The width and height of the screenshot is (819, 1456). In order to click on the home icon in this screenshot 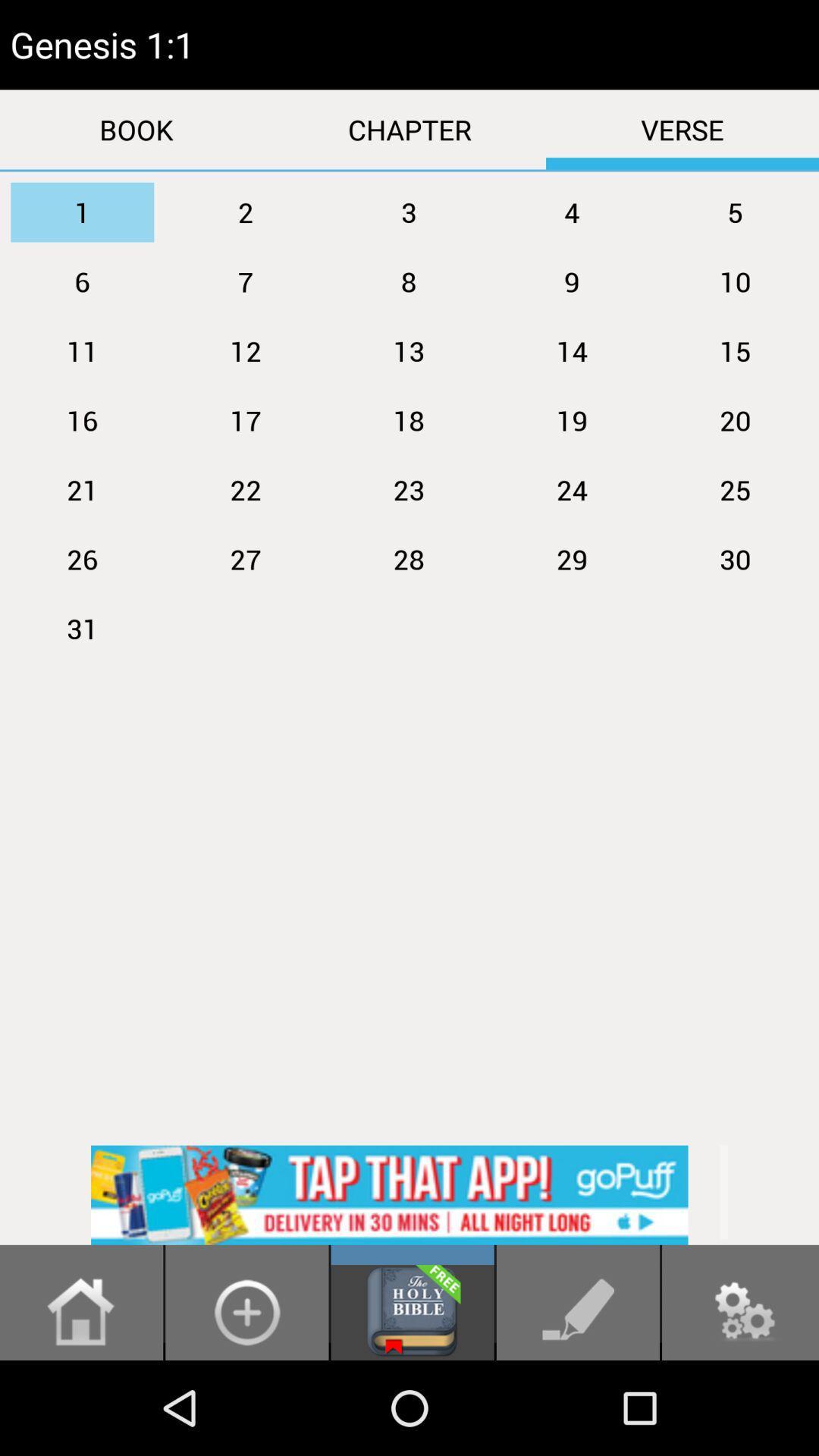, I will do `click(81, 1404)`.